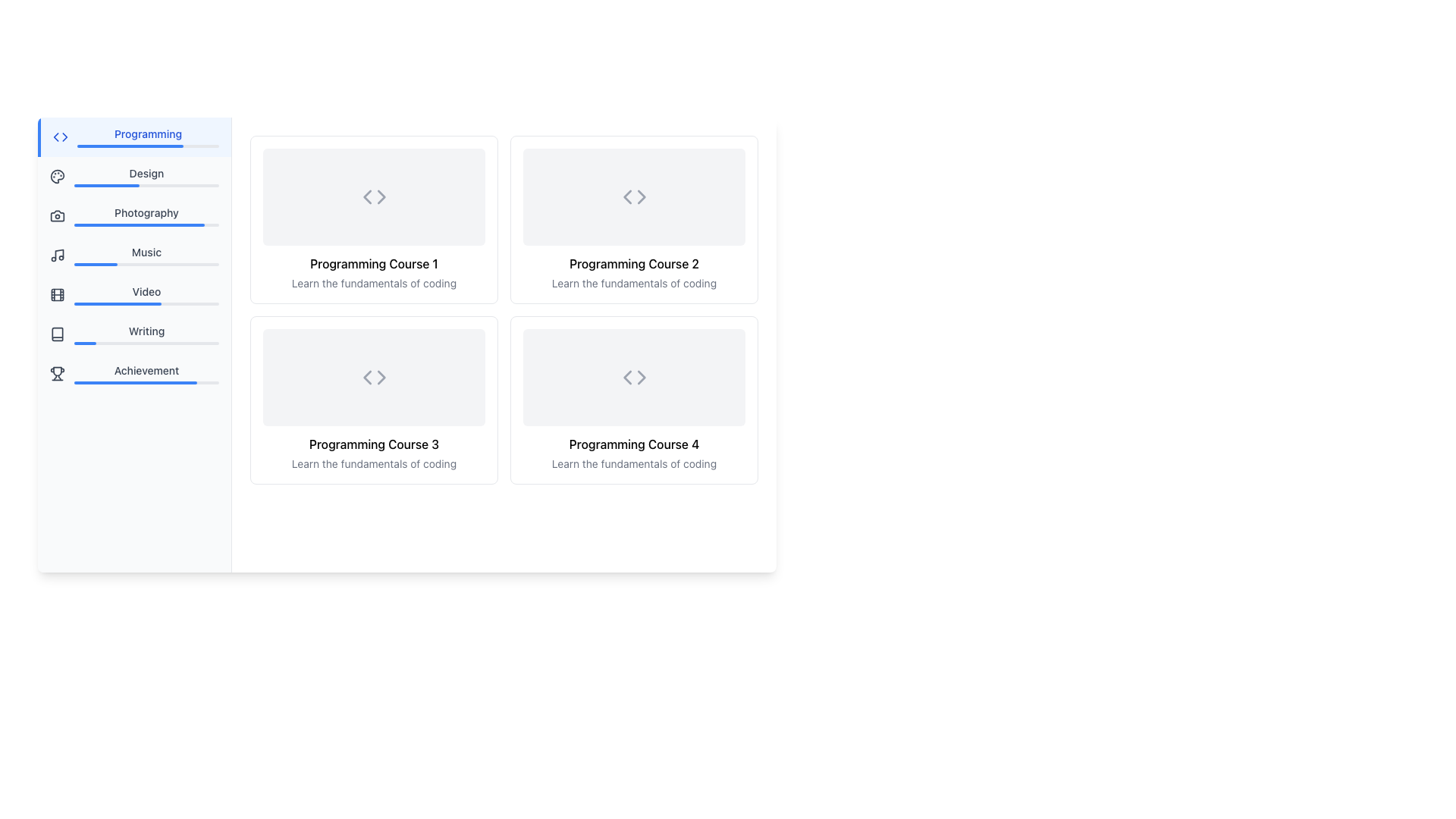 This screenshot has width=1456, height=819. Describe the element at coordinates (148, 146) in the screenshot. I see `the progress bar located in the 'Programming' section of the sidebar, which visually represents the completion status with a gray background and a blue foreground indicating completed progress` at that location.